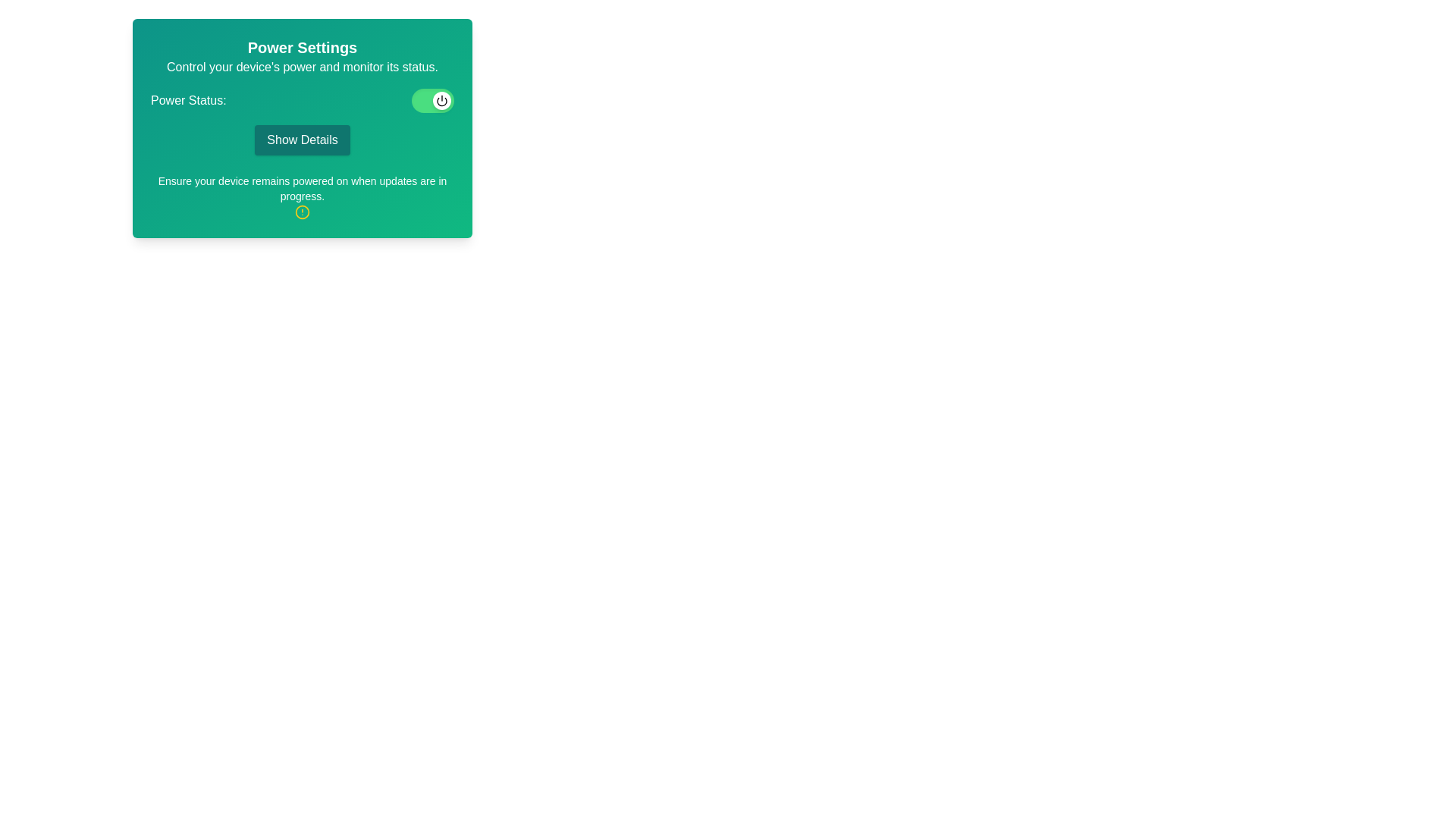  What do you see at coordinates (302, 188) in the screenshot?
I see `the static text element displaying 'Ensure your device remains powered on when updates are in progress.' which is located at the bottom of the 'Power Settings' card layout` at bounding box center [302, 188].